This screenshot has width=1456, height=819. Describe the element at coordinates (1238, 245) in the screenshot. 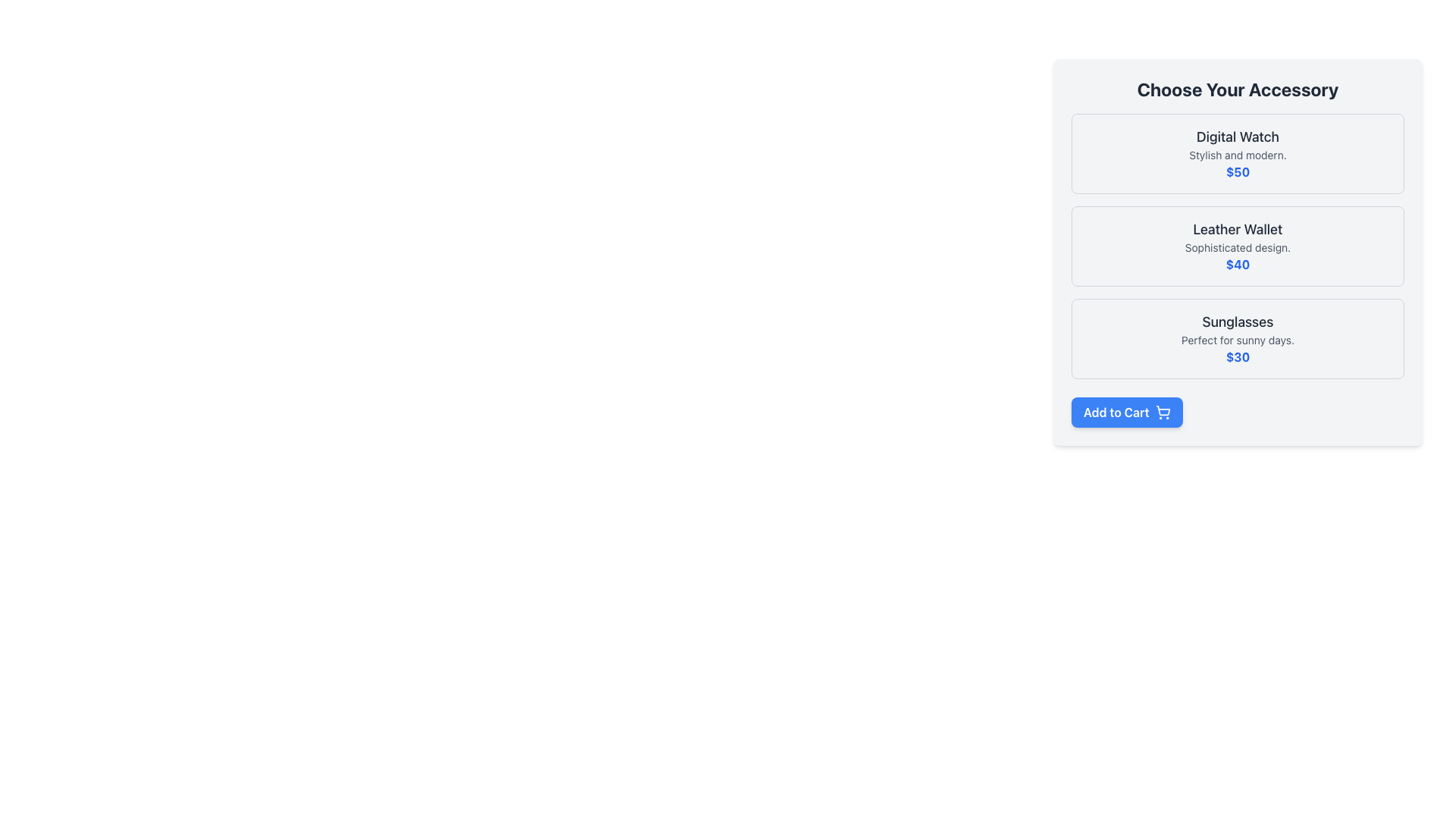

I see `the List item block containing the title 'Leather Wallet', the description 'Sophisticated design.', and the price '$40'` at that location.